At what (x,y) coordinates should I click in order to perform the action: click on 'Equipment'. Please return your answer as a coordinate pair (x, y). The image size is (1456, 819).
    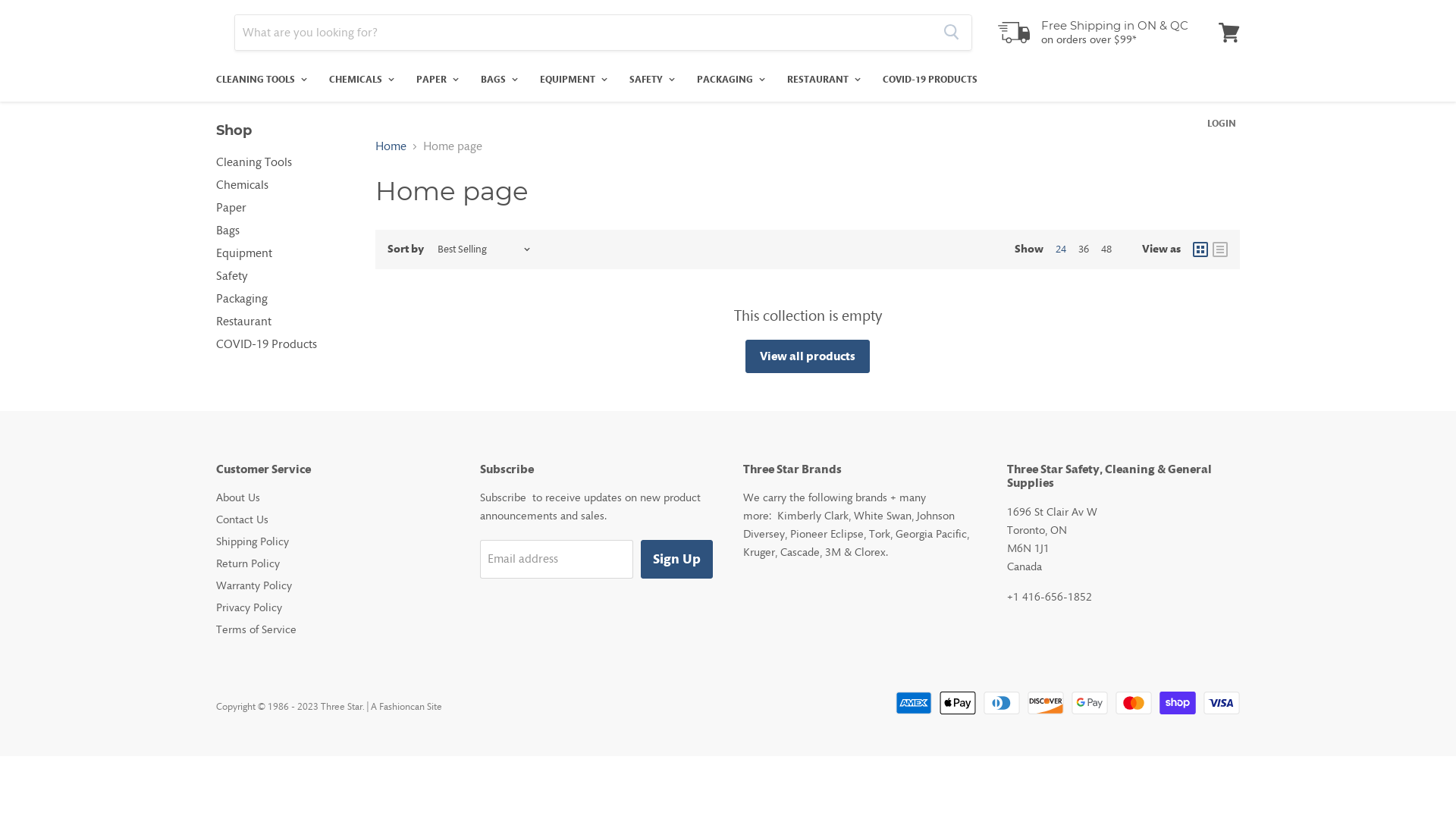
    Looking at the image, I should click on (243, 252).